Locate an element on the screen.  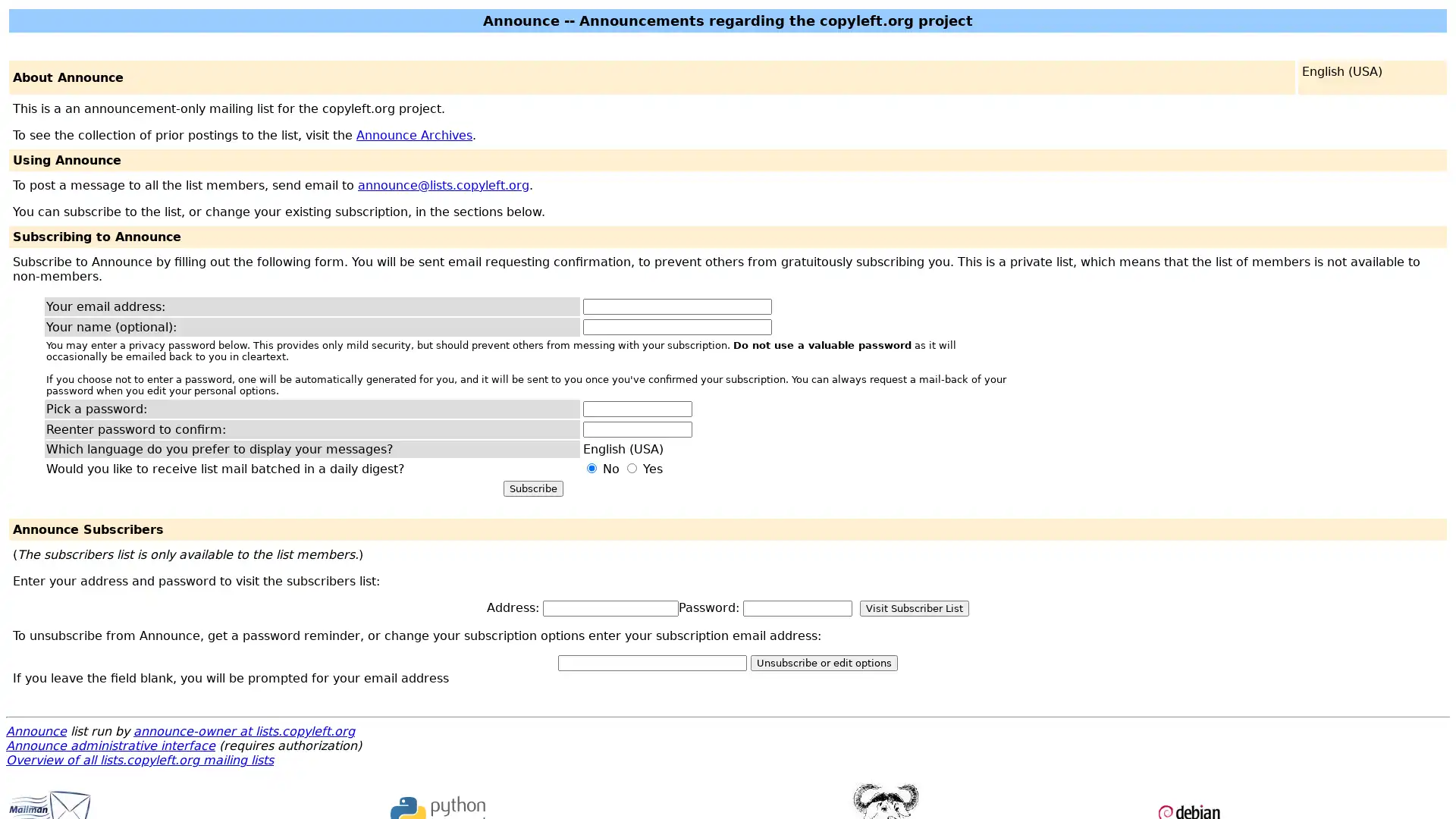
Unsubscribe or edit options is located at coordinates (823, 662).